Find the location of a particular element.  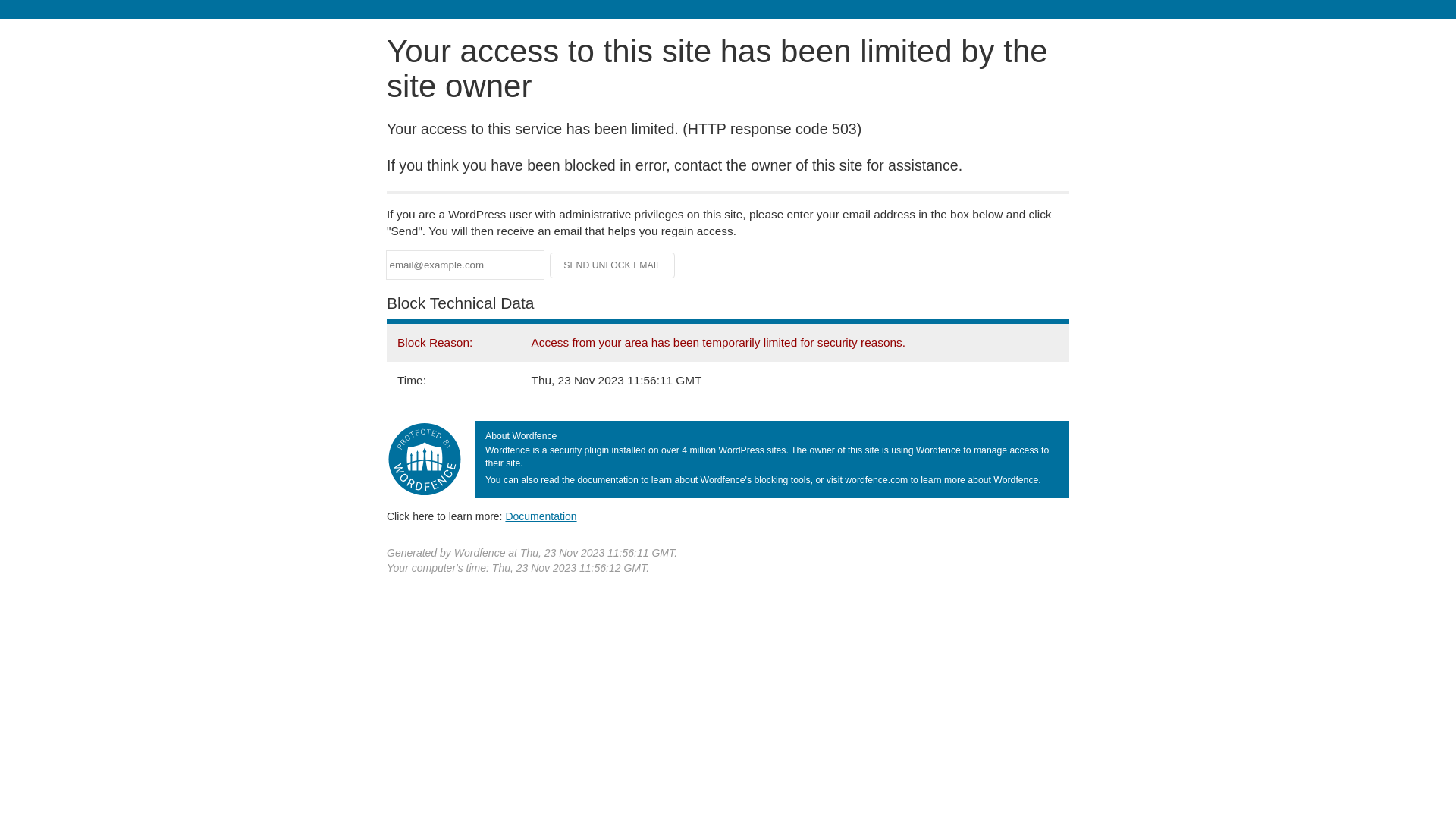

'Send Unlock Email' is located at coordinates (548, 265).